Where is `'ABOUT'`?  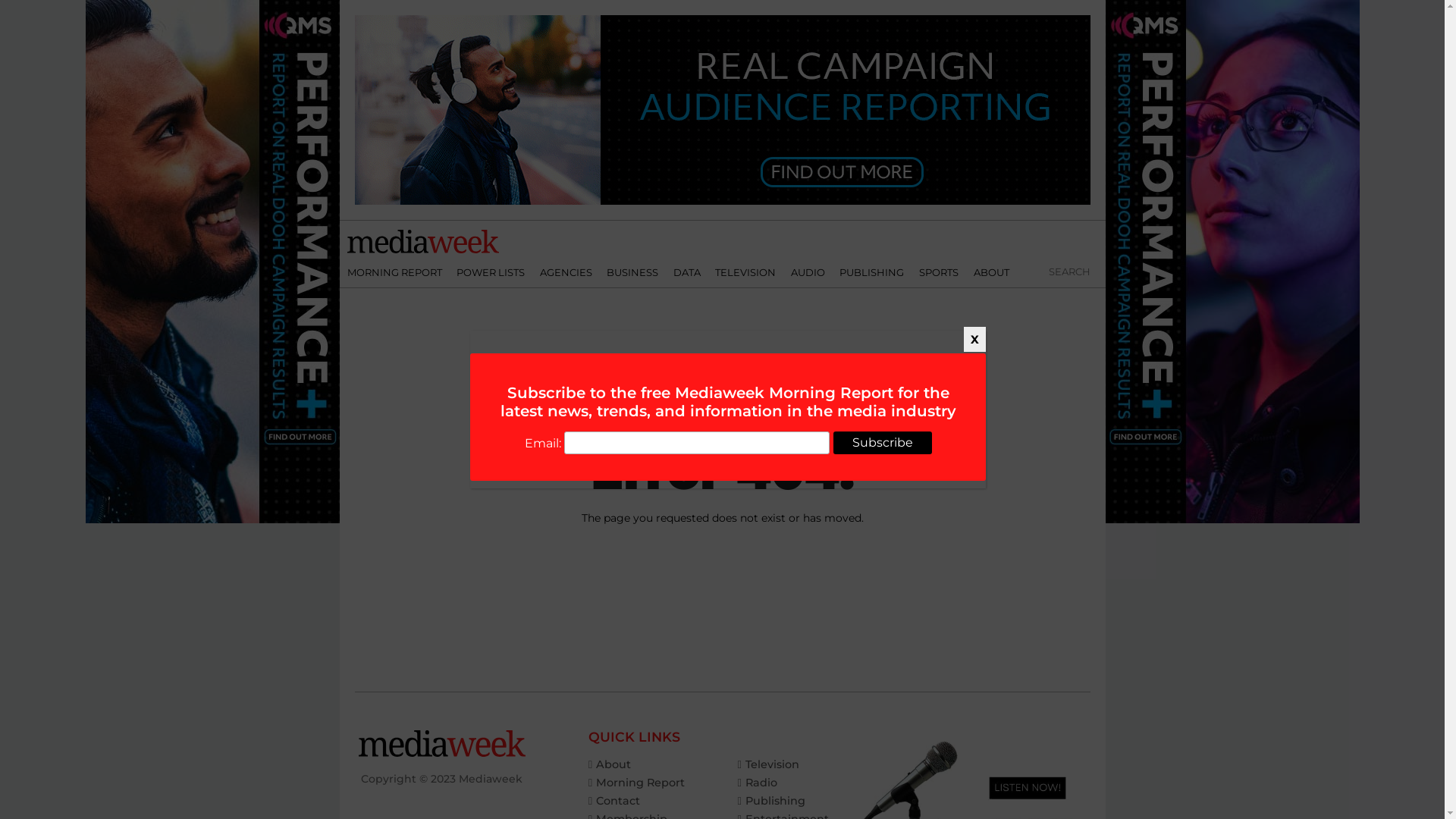
'ABOUT' is located at coordinates (991, 271).